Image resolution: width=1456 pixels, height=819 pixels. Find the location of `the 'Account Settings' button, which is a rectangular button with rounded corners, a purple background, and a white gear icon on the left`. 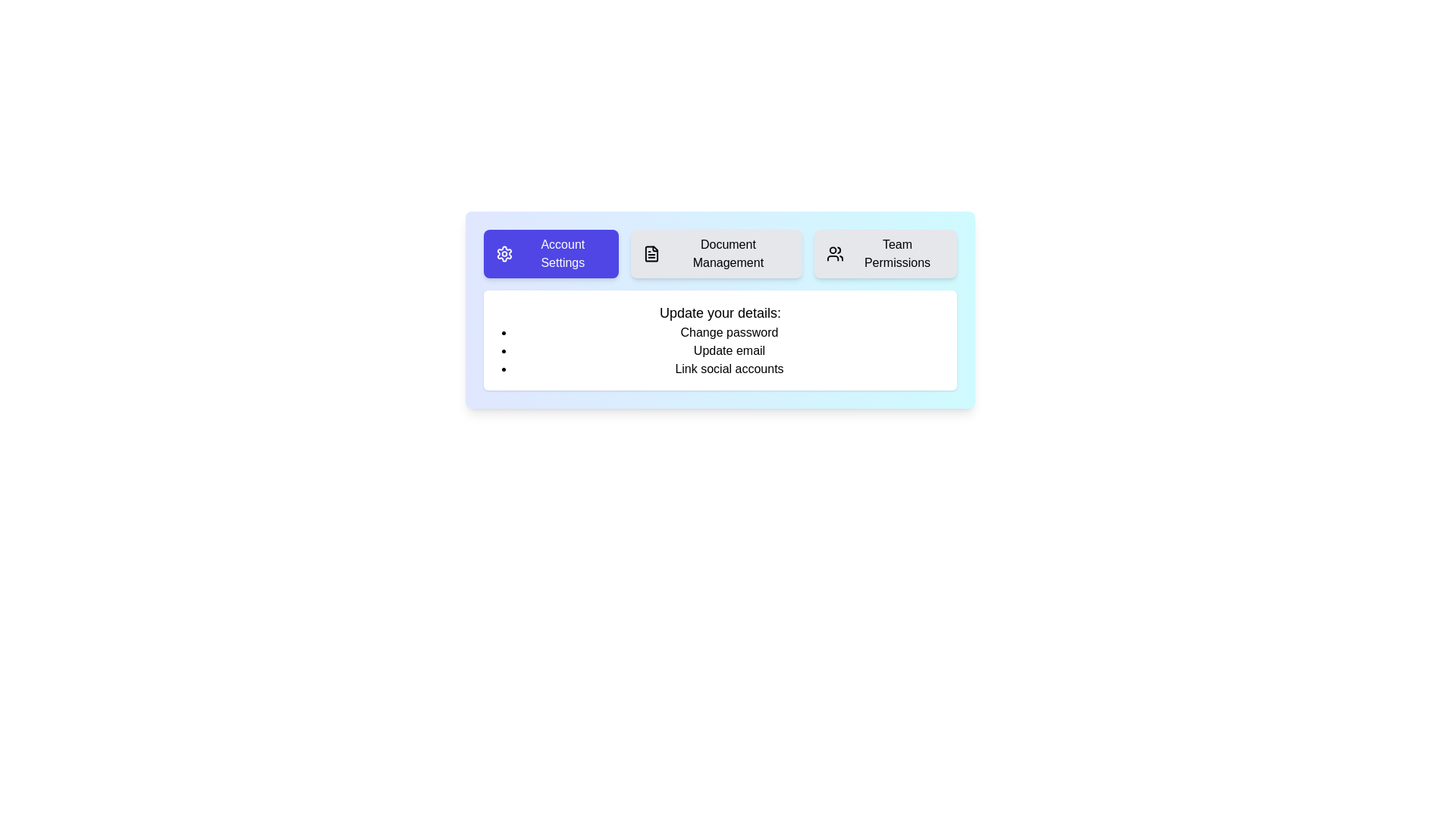

the 'Account Settings' button, which is a rectangular button with rounded corners, a purple background, and a white gear icon on the left is located at coordinates (550, 253).